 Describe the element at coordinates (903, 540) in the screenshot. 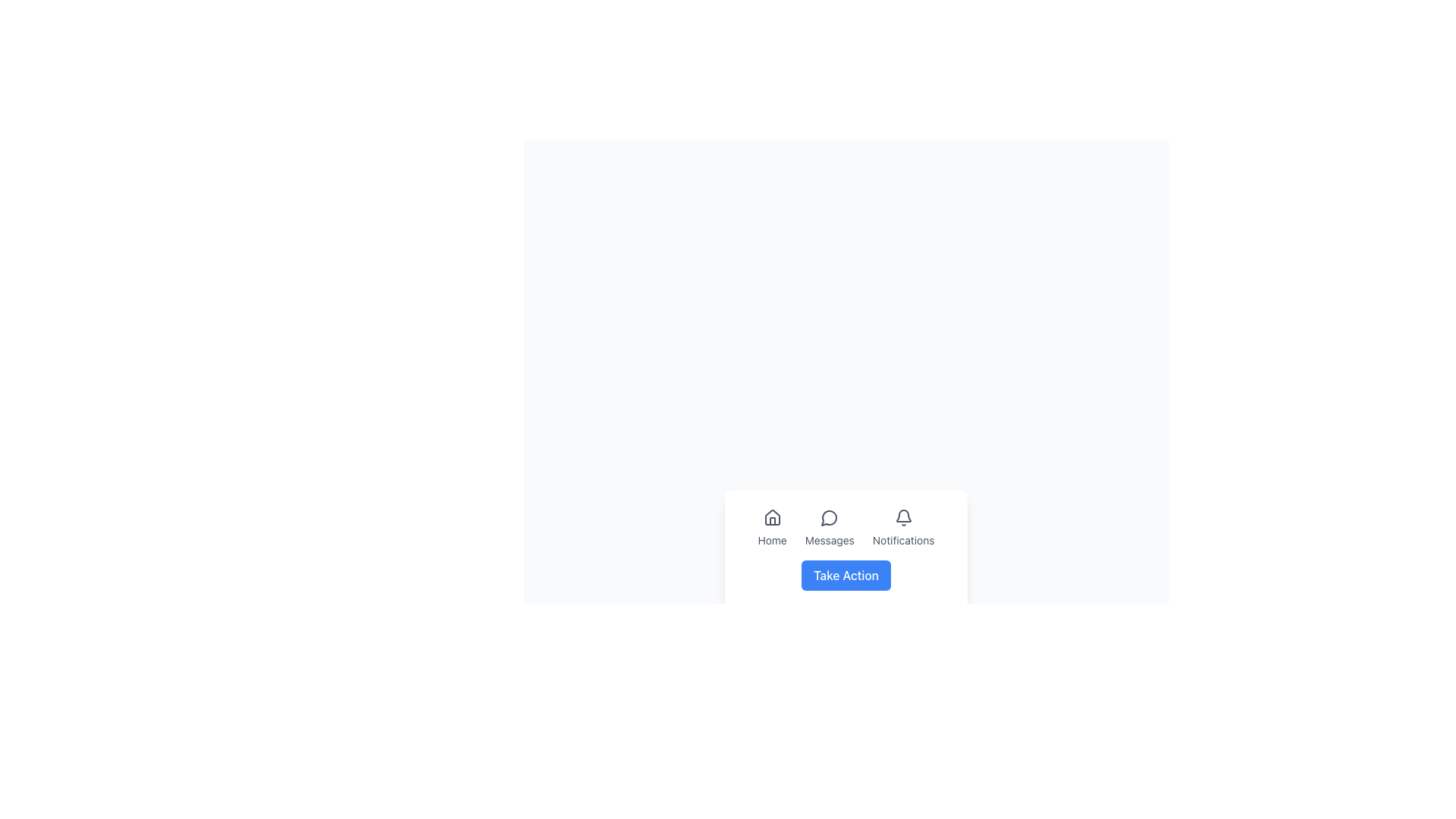

I see `the Static Text Label for the notification feature in the navigation menu, which is located at the bottom of the interface and is the third item from the left` at that location.